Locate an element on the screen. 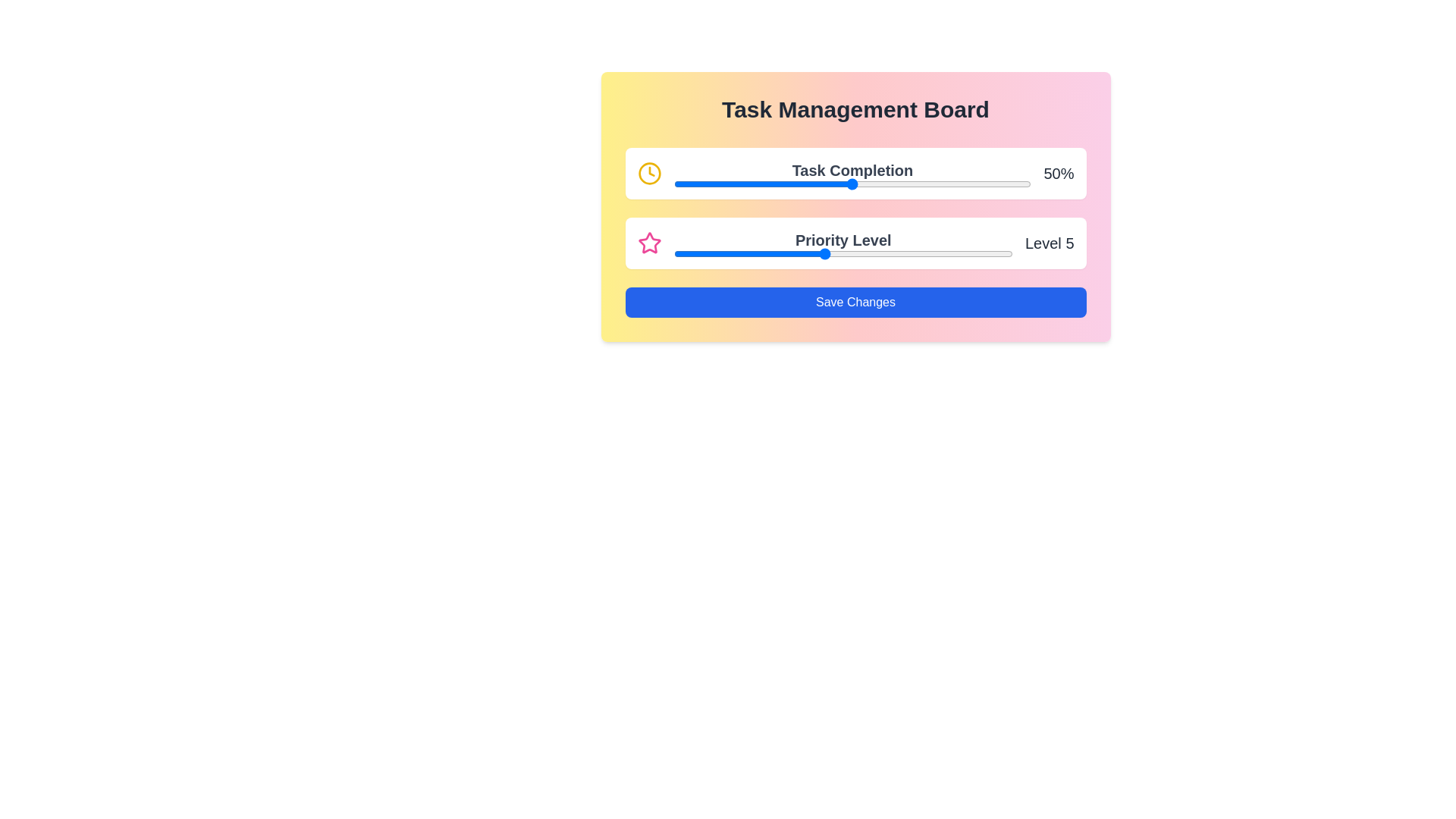  task completion percentage is located at coordinates (863, 184).